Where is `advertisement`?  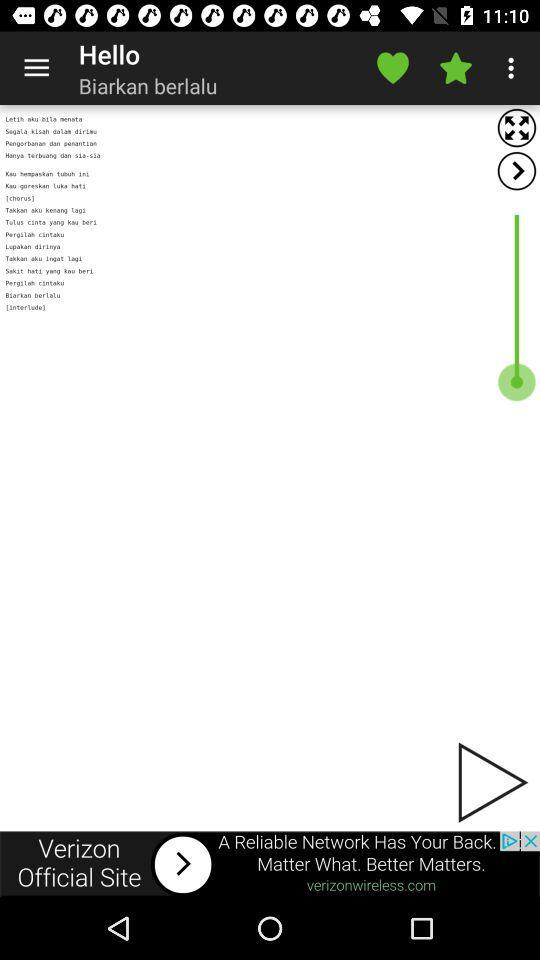 advertisement is located at coordinates (270, 863).